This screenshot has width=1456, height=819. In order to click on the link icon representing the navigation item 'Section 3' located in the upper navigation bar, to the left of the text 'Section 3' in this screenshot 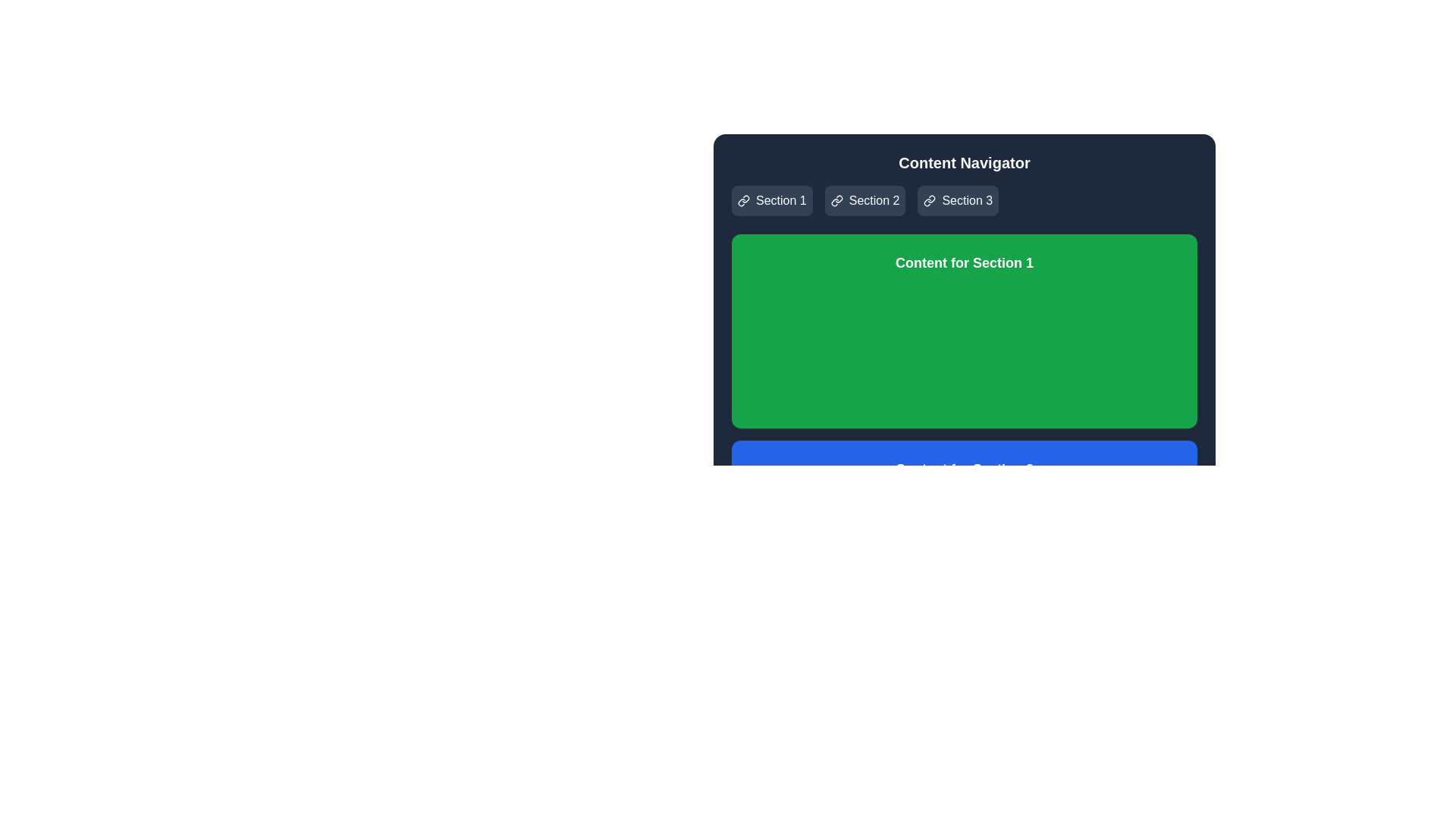, I will do `click(927, 202)`.